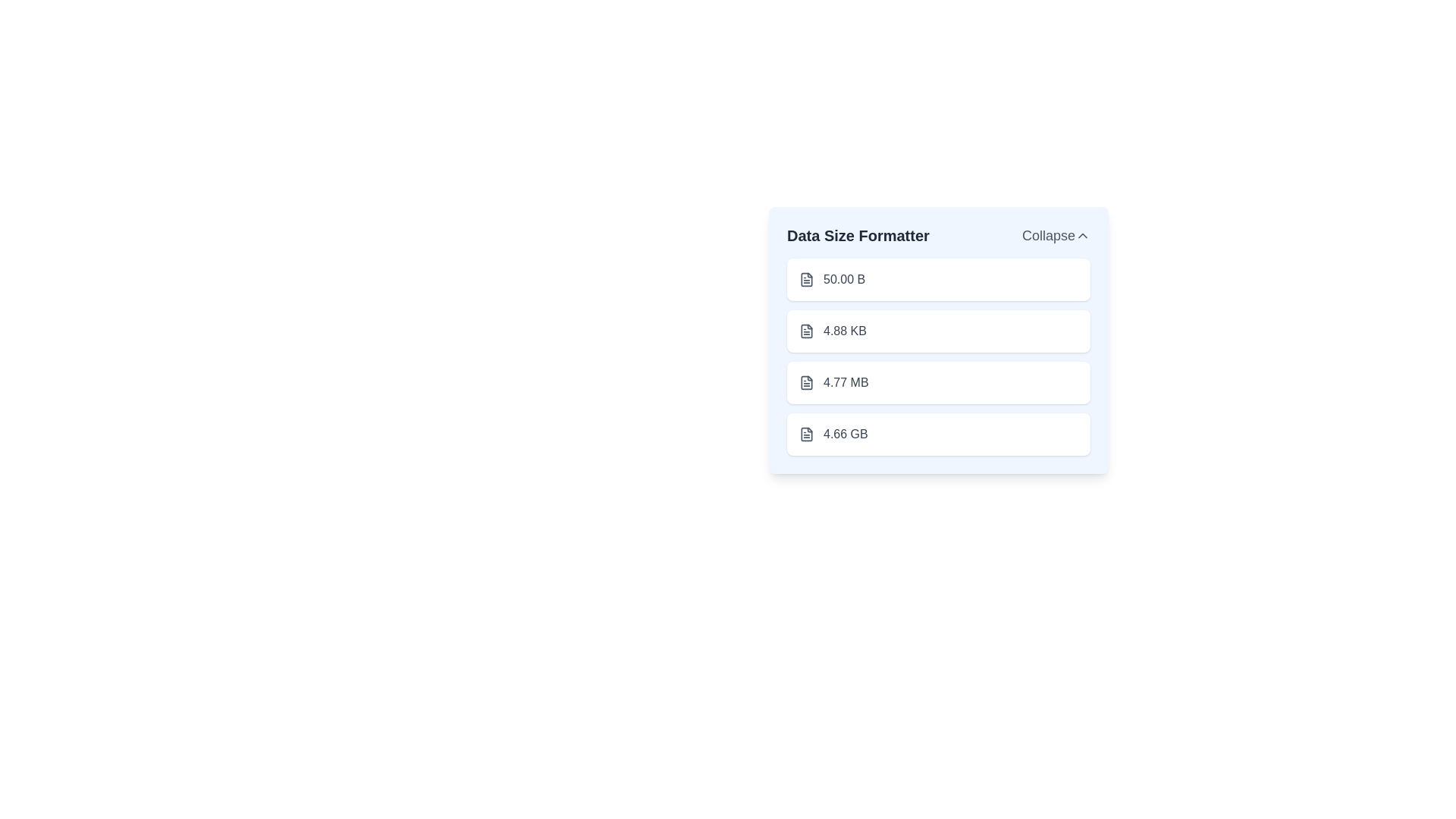  What do you see at coordinates (844, 330) in the screenshot?
I see `the static text label displaying '4.88 KB', which is part of a list of data sizes, and appears in gray font with medium weight` at bounding box center [844, 330].